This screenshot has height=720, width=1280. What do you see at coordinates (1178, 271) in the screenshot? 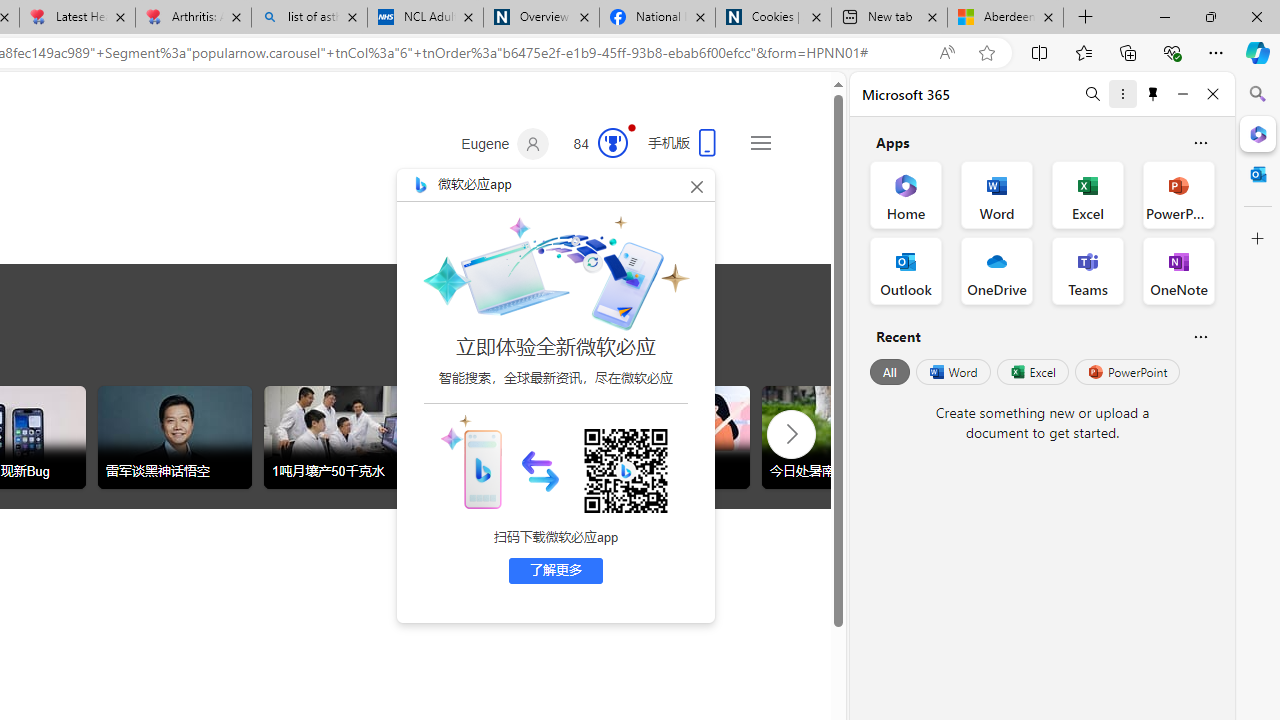
I see `'OneNote Office App'` at bounding box center [1178, 271].